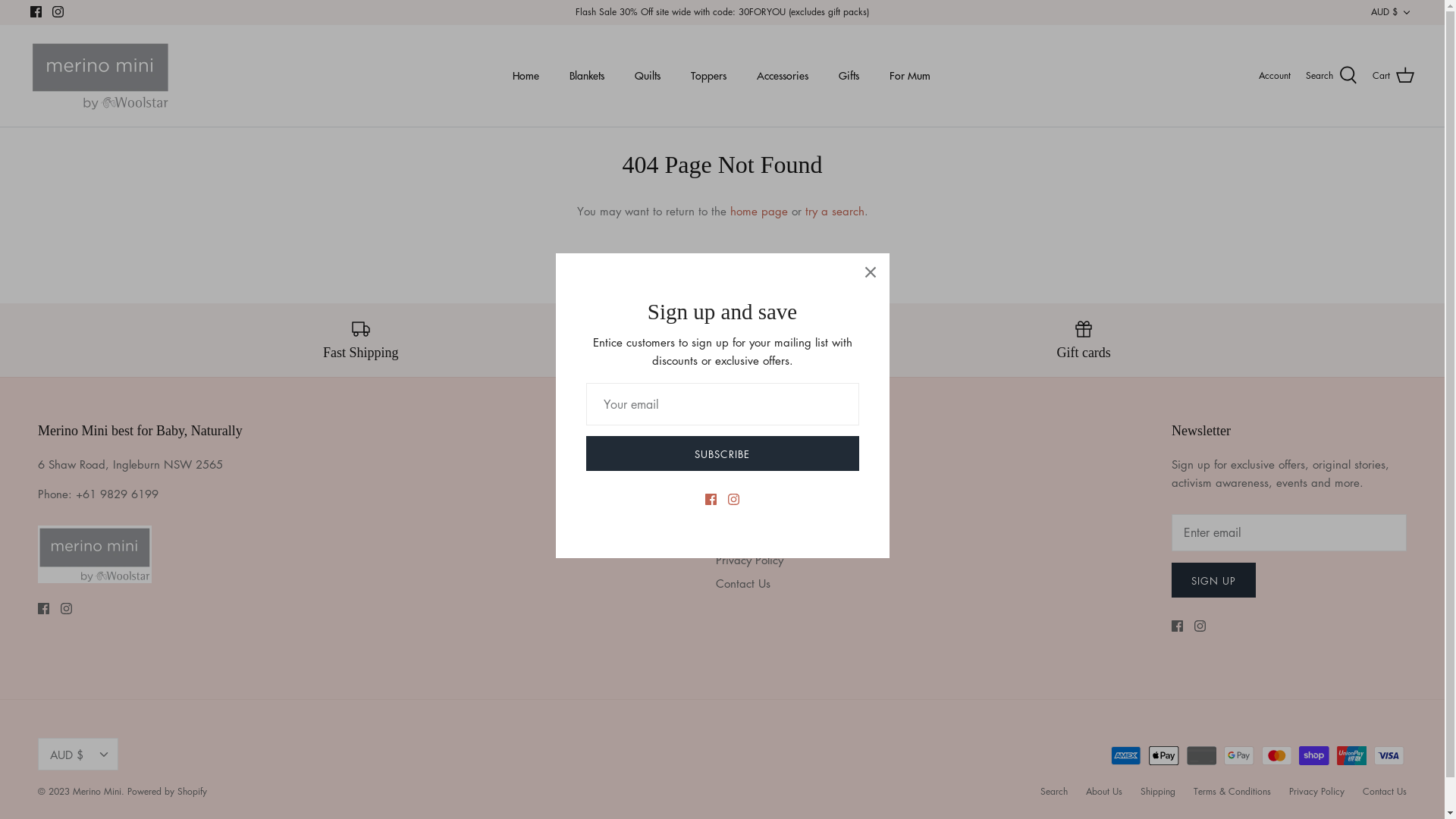 The height and width of the screenshot is (819, 1456). Describe the element at coordinates (783, 75) in the screenshot. I see `'Accessories'` at that location.